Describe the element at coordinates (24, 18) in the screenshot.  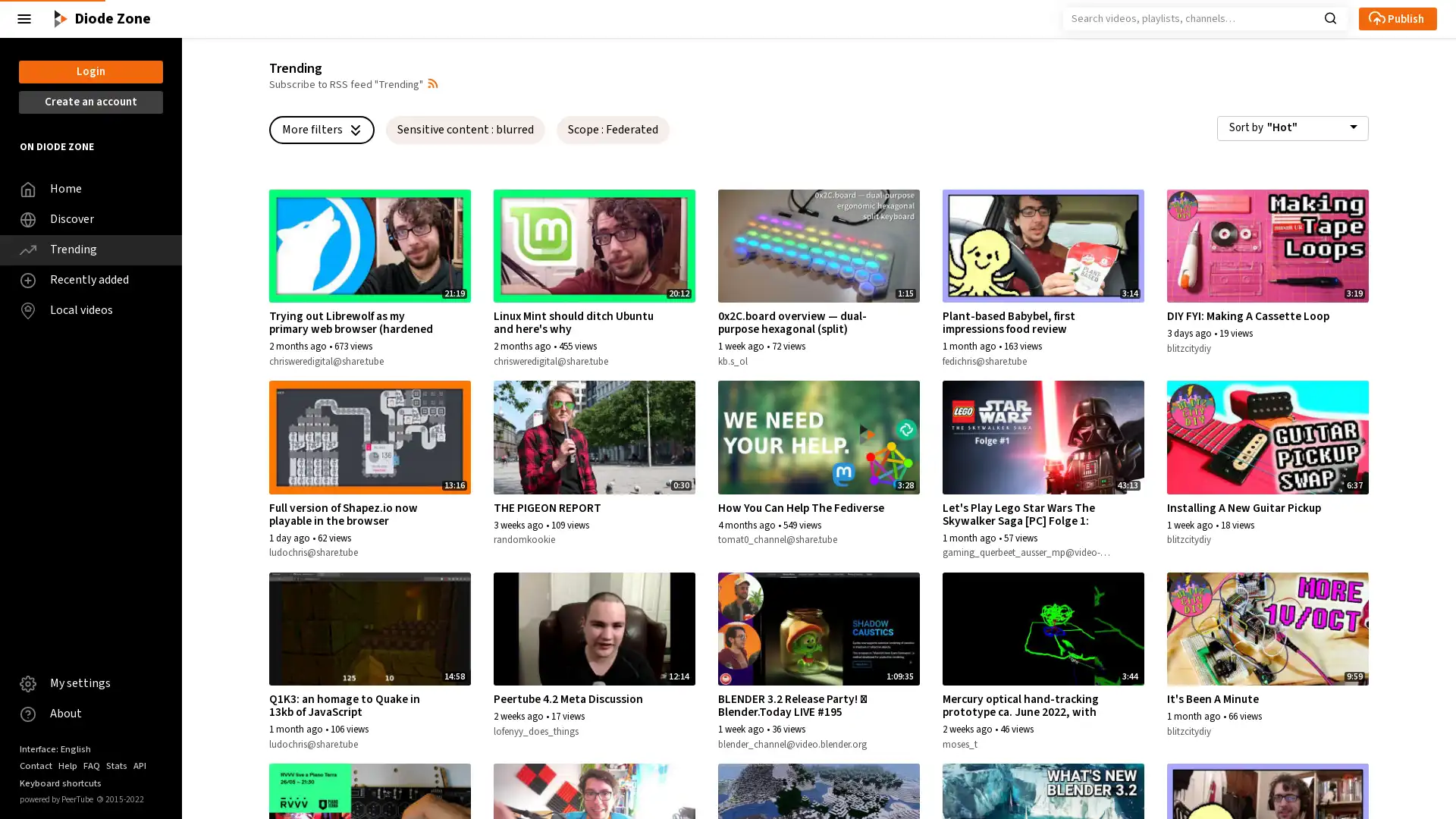
I see `Close the left menu` at that location.